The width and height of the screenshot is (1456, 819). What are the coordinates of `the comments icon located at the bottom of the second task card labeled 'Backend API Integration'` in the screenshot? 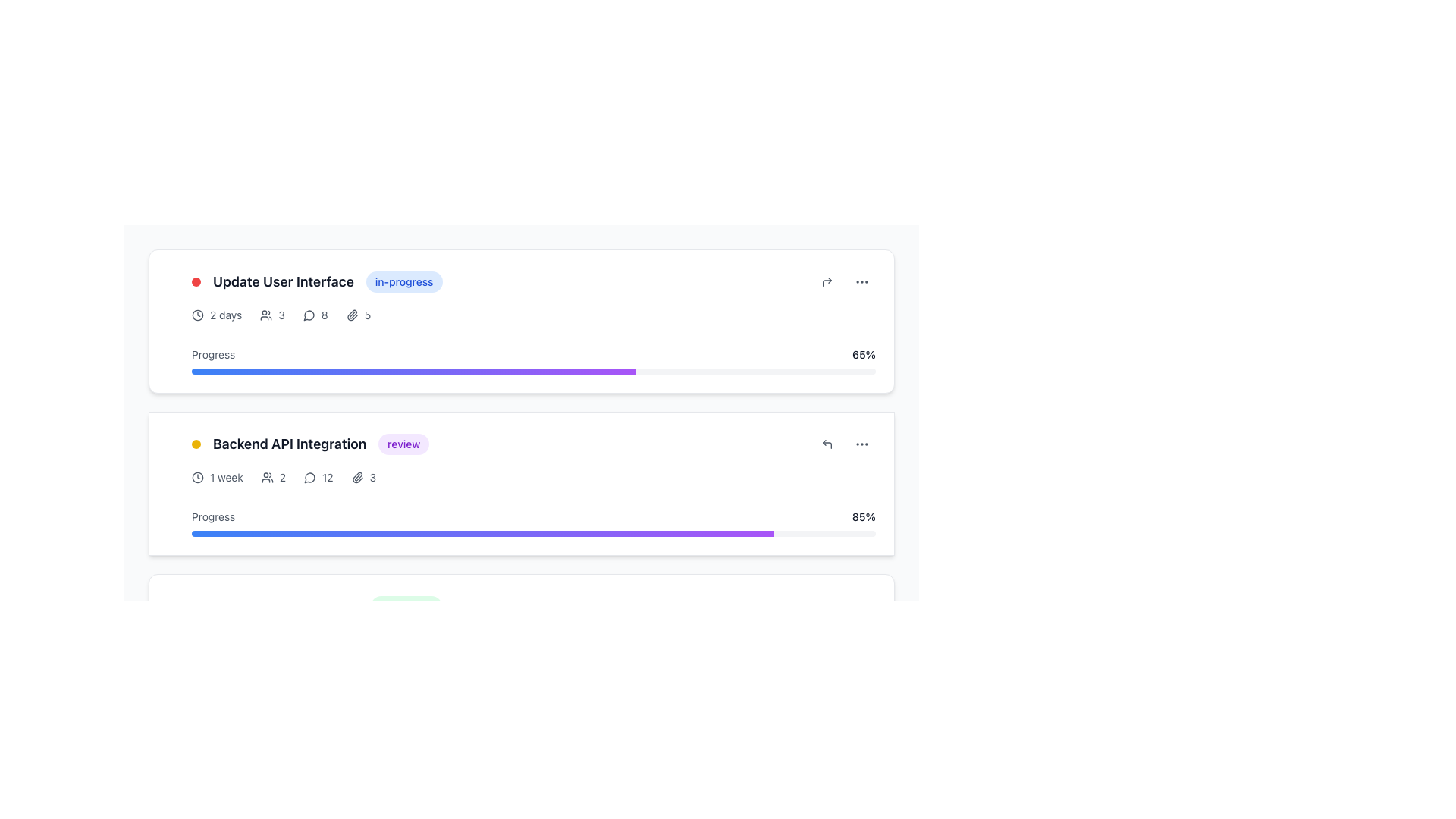 It's located at (309, 476).